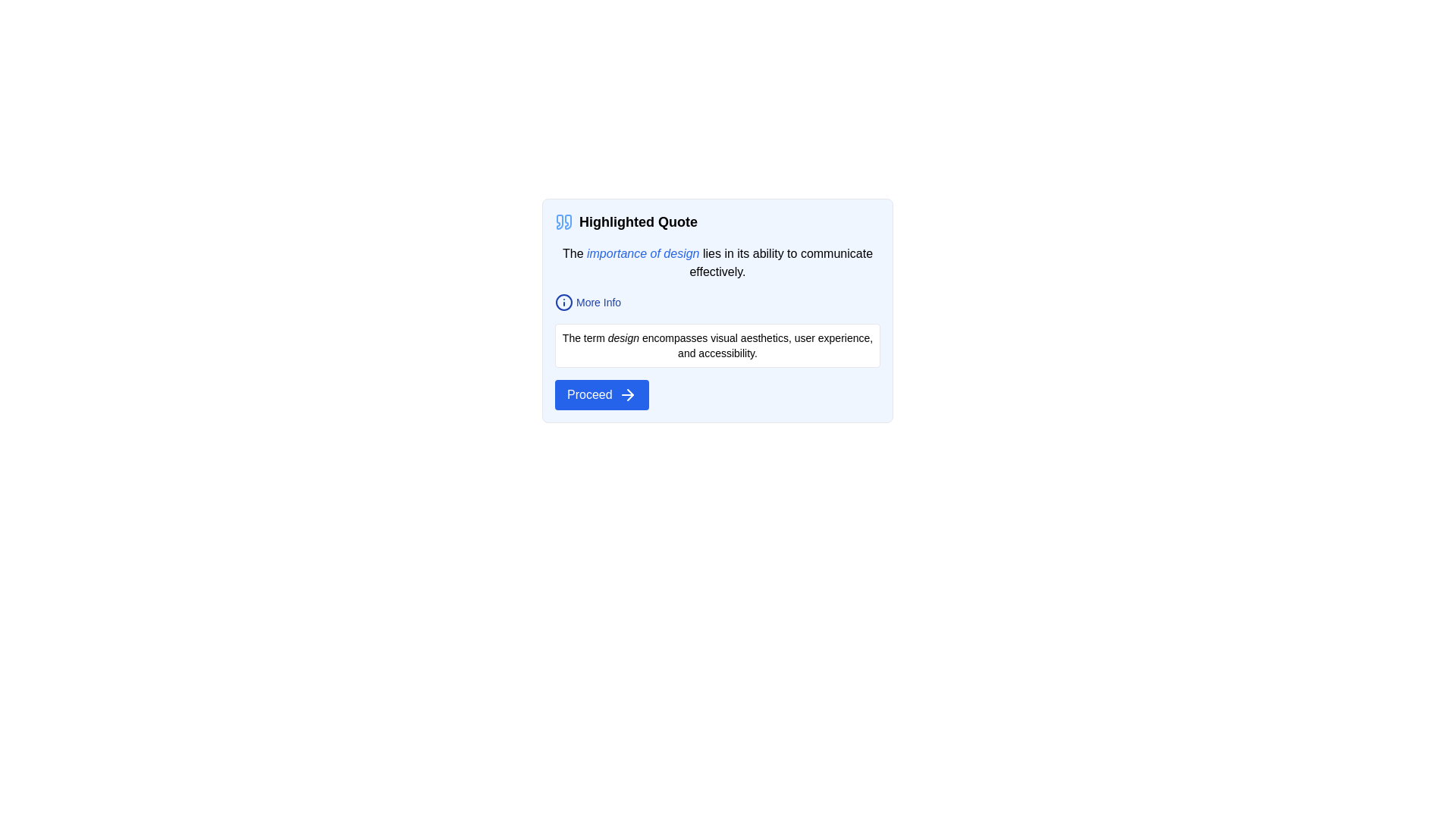 Image resolution: width=1456 pixels, height=819 pixels. What do you see at coordinates (563, 222) in the screenshot?
I see `the blue quotation marks icon located to the left of the 'Highlighted Quote' text, which is the first element in its group, enhancing the title visually` at bounding box center [563, 222].